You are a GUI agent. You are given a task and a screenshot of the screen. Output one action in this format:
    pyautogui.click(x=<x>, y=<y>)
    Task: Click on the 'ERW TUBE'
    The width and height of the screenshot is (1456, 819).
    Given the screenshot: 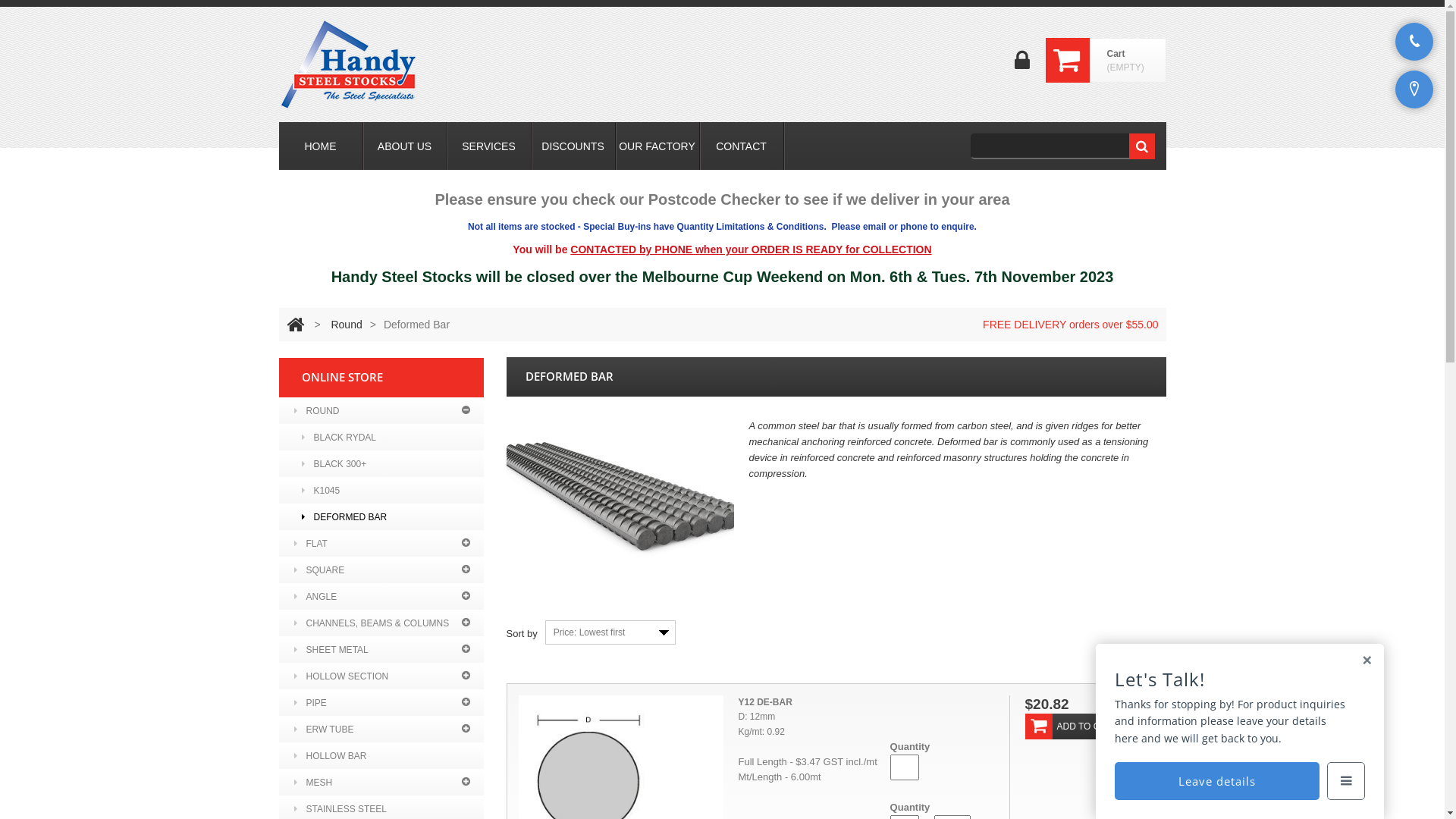 What is the action you would take?
    pyautogui.click(x=381, y=728)
    